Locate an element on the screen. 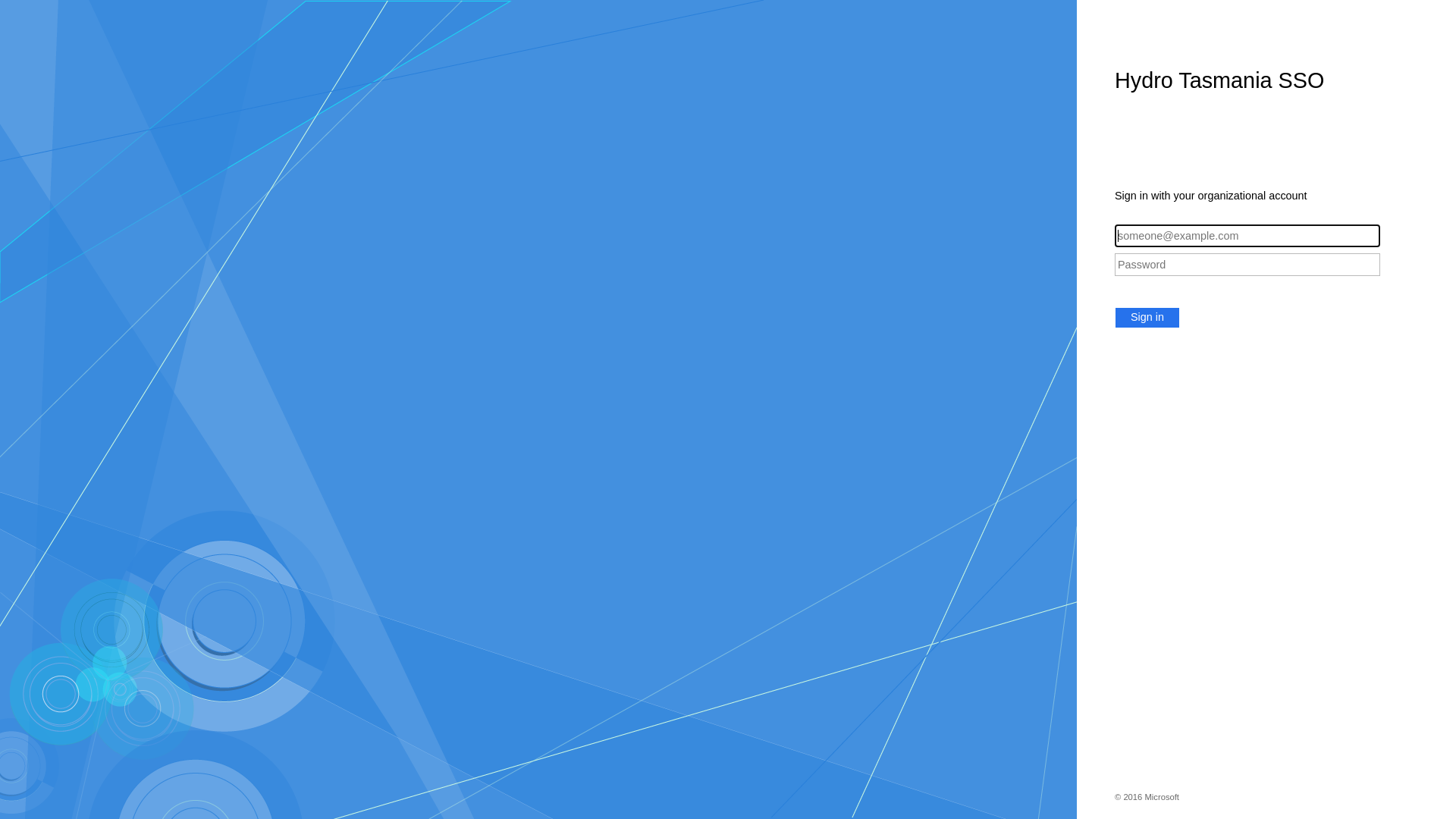  'Sign in' is located at coordinates (1147, 317).